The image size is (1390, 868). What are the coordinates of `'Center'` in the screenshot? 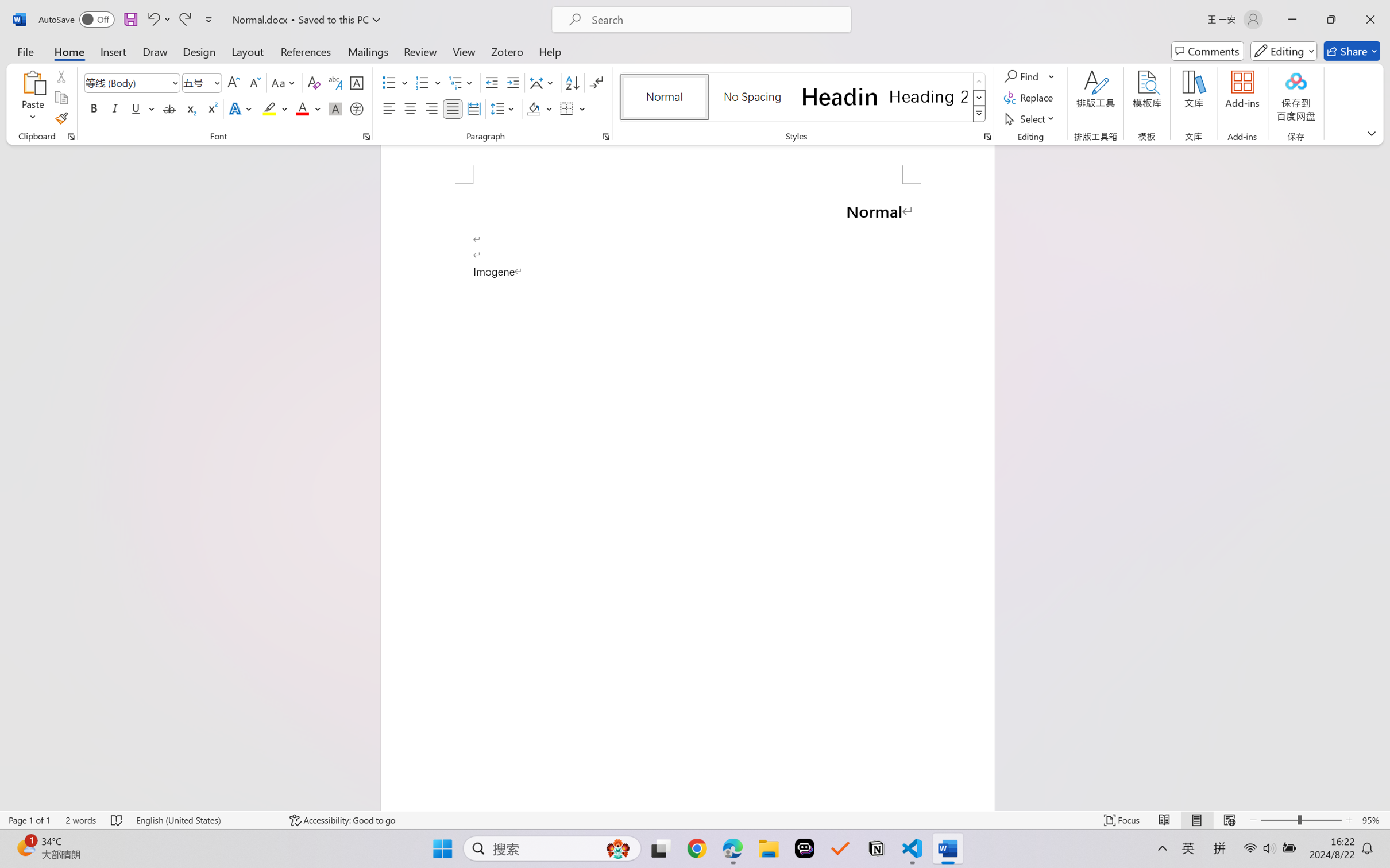 It's located at (410, 108).